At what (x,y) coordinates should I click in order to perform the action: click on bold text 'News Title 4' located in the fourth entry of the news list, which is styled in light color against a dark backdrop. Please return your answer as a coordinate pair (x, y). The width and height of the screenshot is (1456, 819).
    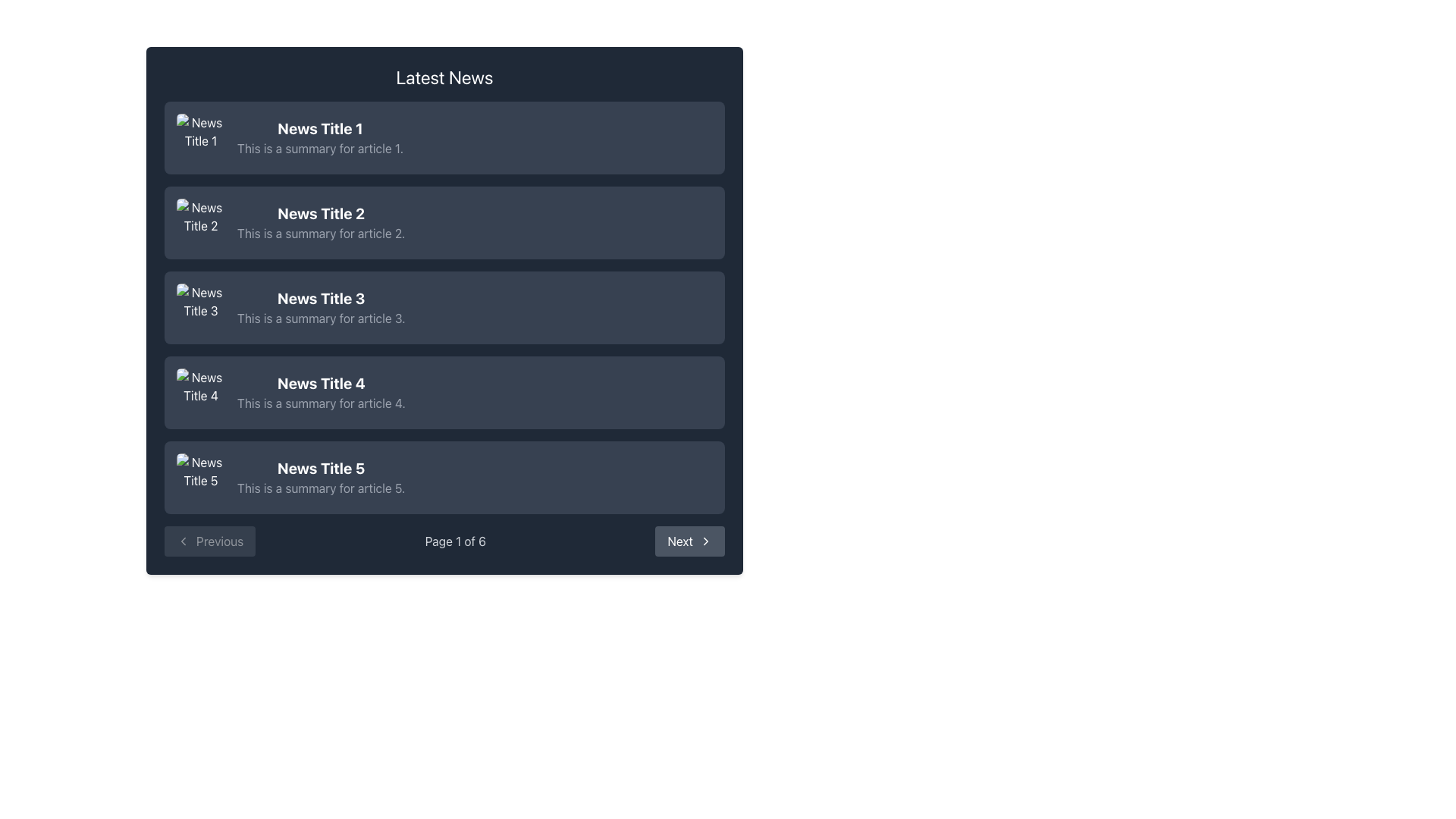
    Looking at the image, I should click on (320, 382).